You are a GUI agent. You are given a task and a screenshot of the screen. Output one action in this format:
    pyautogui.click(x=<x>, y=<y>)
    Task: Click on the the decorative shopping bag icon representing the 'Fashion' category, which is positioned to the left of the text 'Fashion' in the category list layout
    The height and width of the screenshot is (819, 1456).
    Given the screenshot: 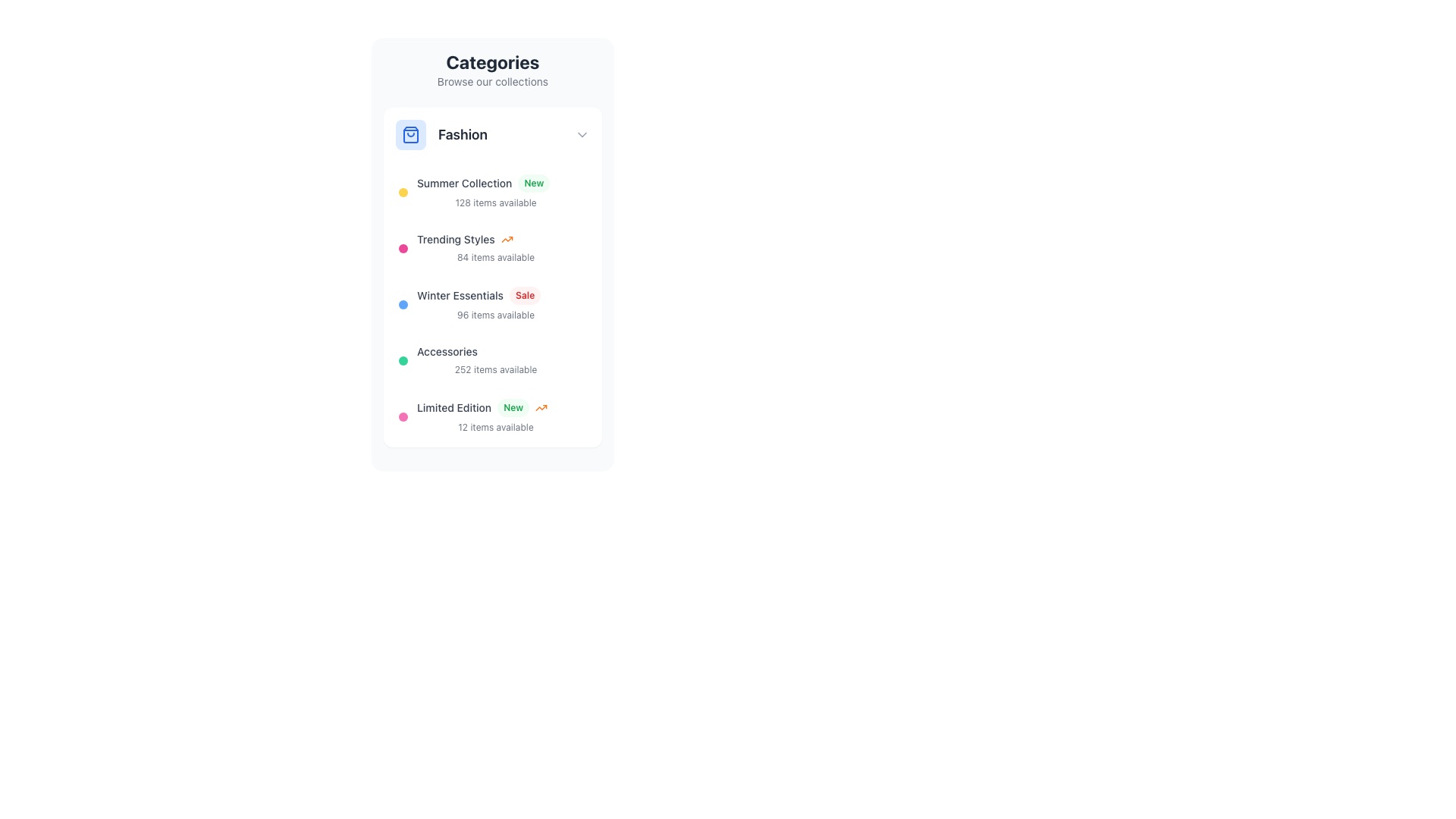 What is the action you would take?
    pyautogui.click(x=411, y=133)
    